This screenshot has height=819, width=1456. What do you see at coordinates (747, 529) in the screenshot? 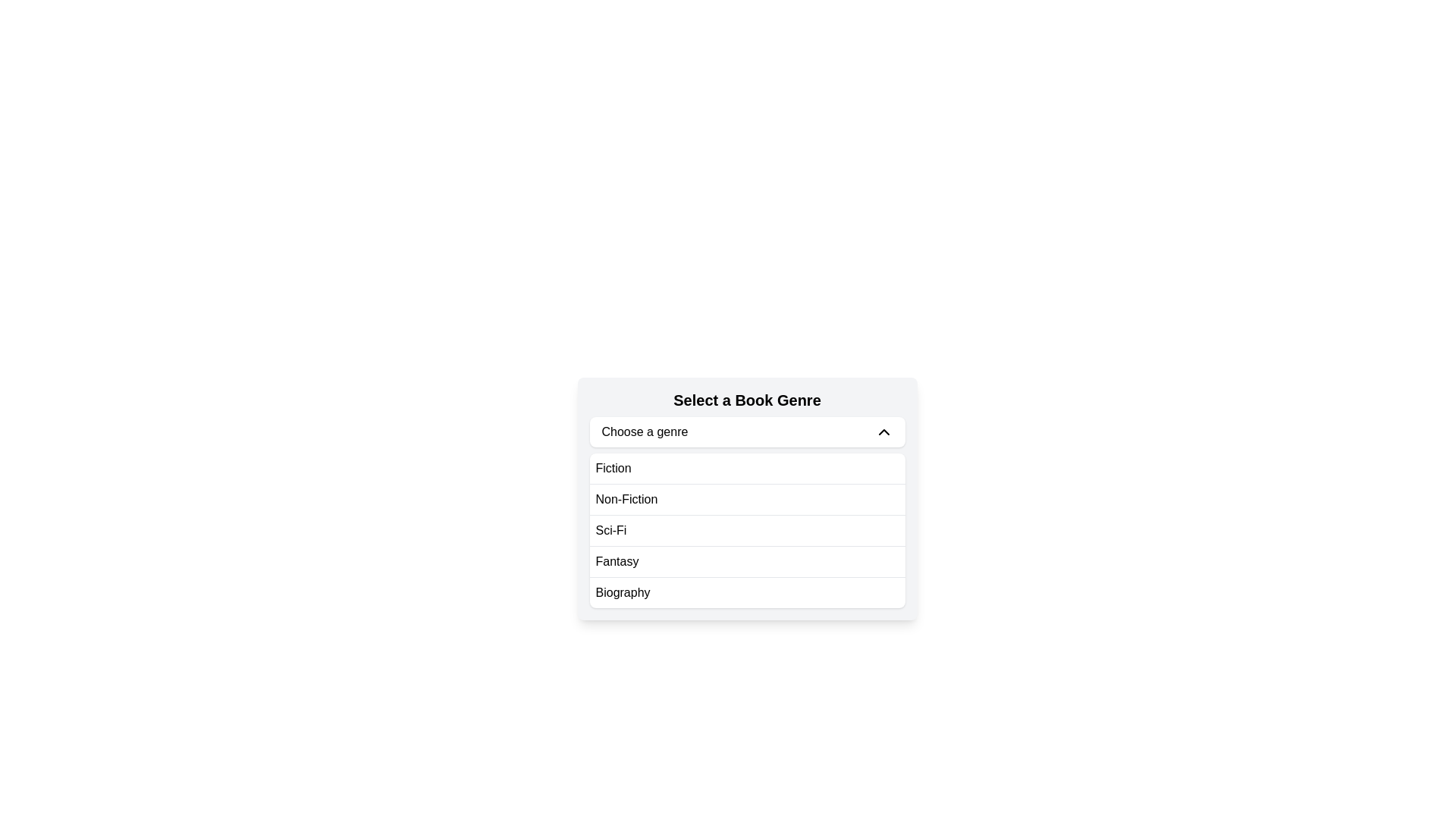
I see `to select the 'Sci-Fi' option from the dropdown menu, which is the third item in the list of options including 'Fiction', 'Non-Fiction', 'Sci-Fi', 'Fantasy', and 'Biography'` at bounding box center [747, 529].